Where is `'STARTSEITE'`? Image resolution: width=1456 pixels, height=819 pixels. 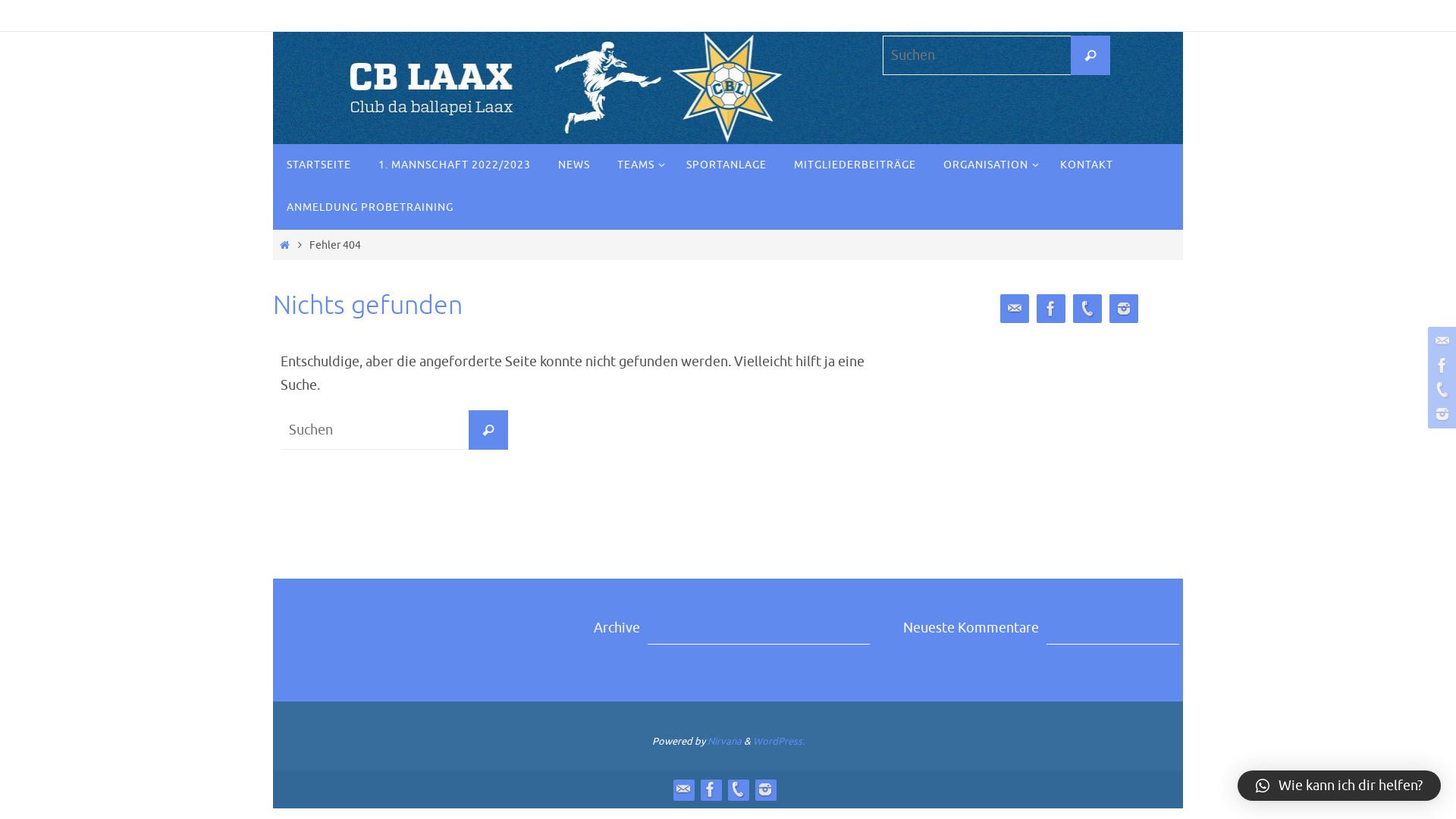
'STARTSEITE' is located at coordinates (273, 165).